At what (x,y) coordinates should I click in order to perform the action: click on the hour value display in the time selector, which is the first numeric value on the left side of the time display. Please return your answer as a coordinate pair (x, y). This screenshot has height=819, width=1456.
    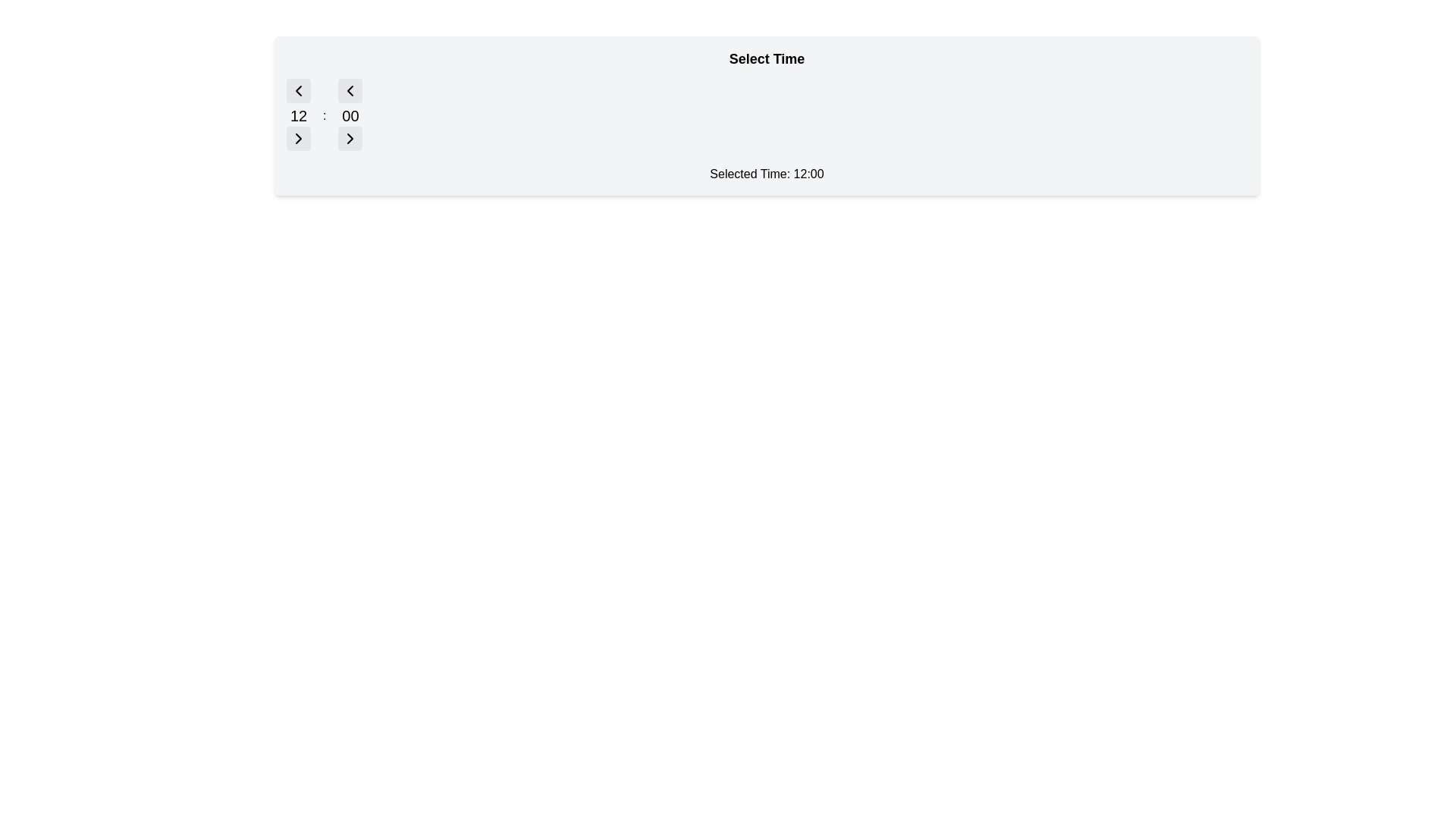
    Looking at the image, I should click on (298, 115).